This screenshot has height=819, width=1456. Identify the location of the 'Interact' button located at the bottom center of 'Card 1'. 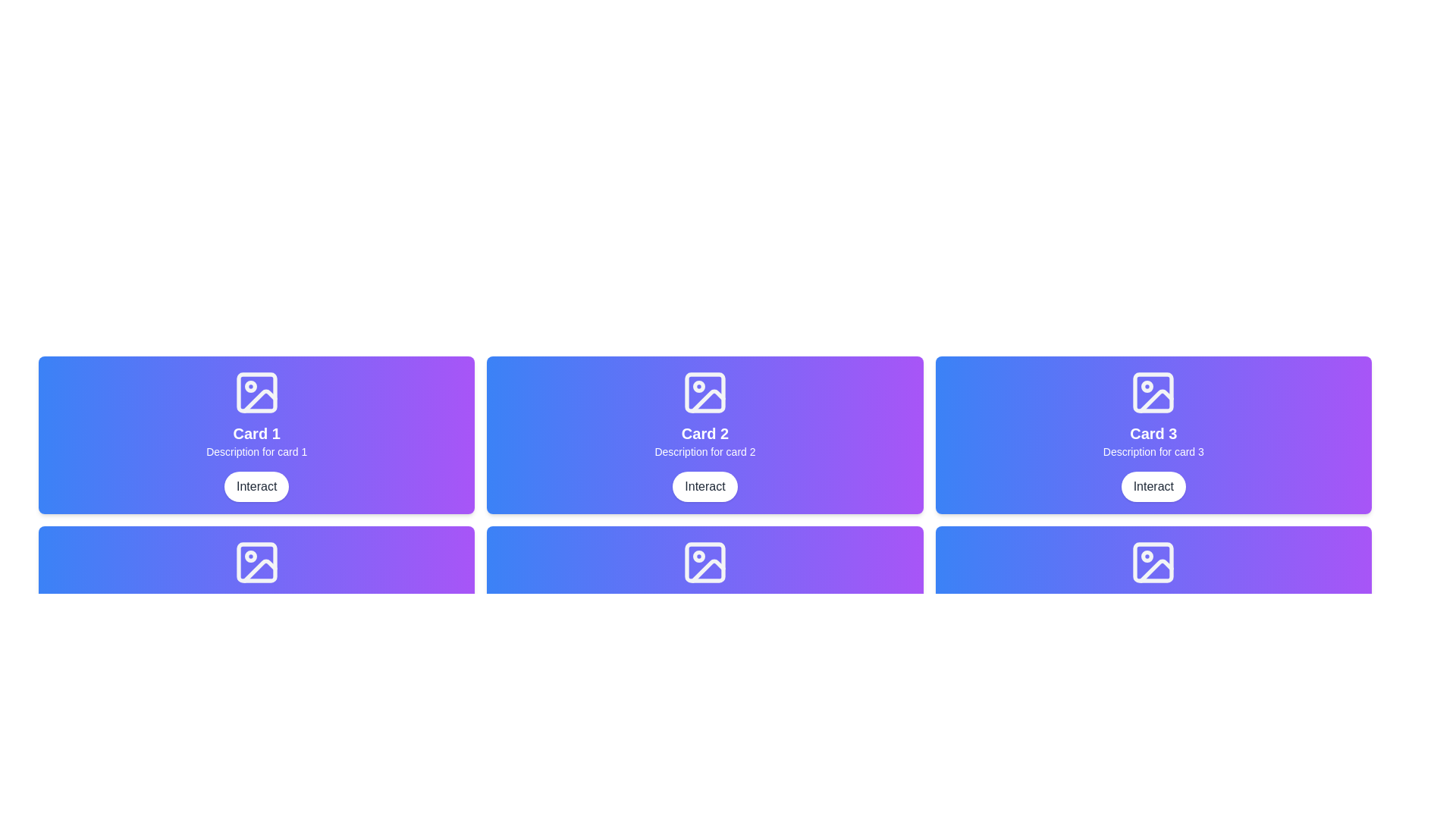
(256, 486).